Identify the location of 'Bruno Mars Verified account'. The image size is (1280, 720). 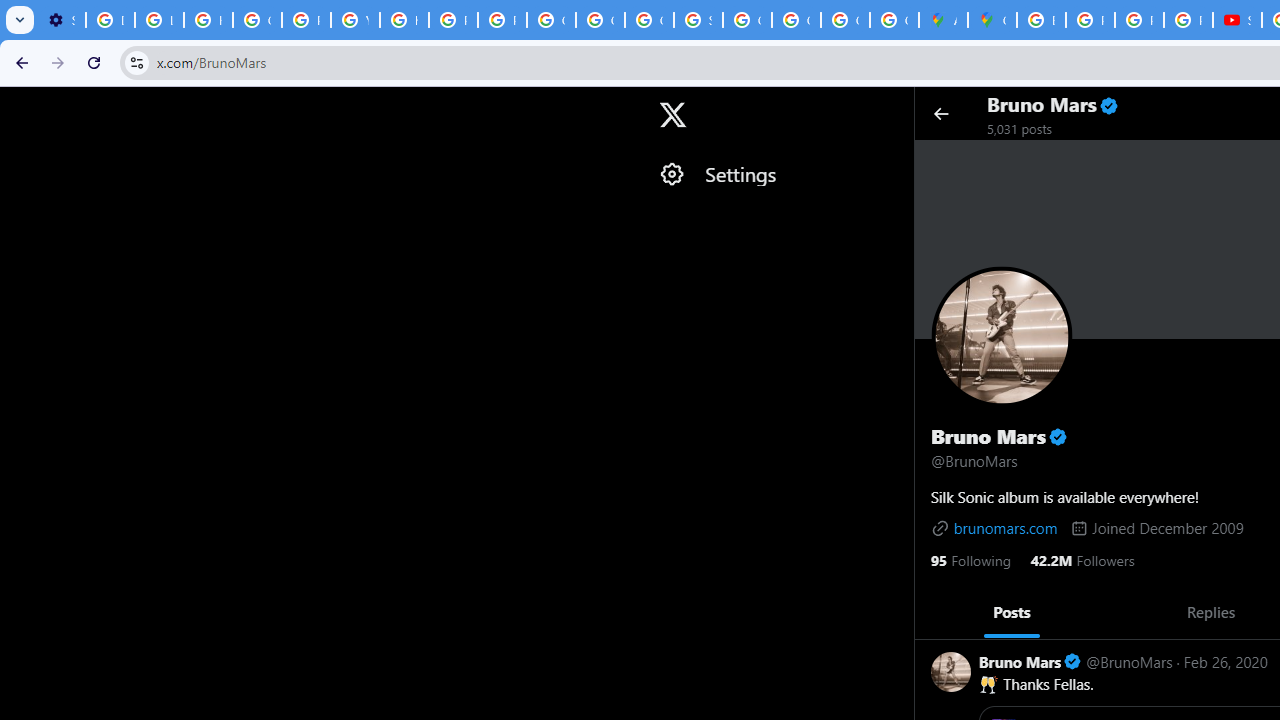
(1030, 661).